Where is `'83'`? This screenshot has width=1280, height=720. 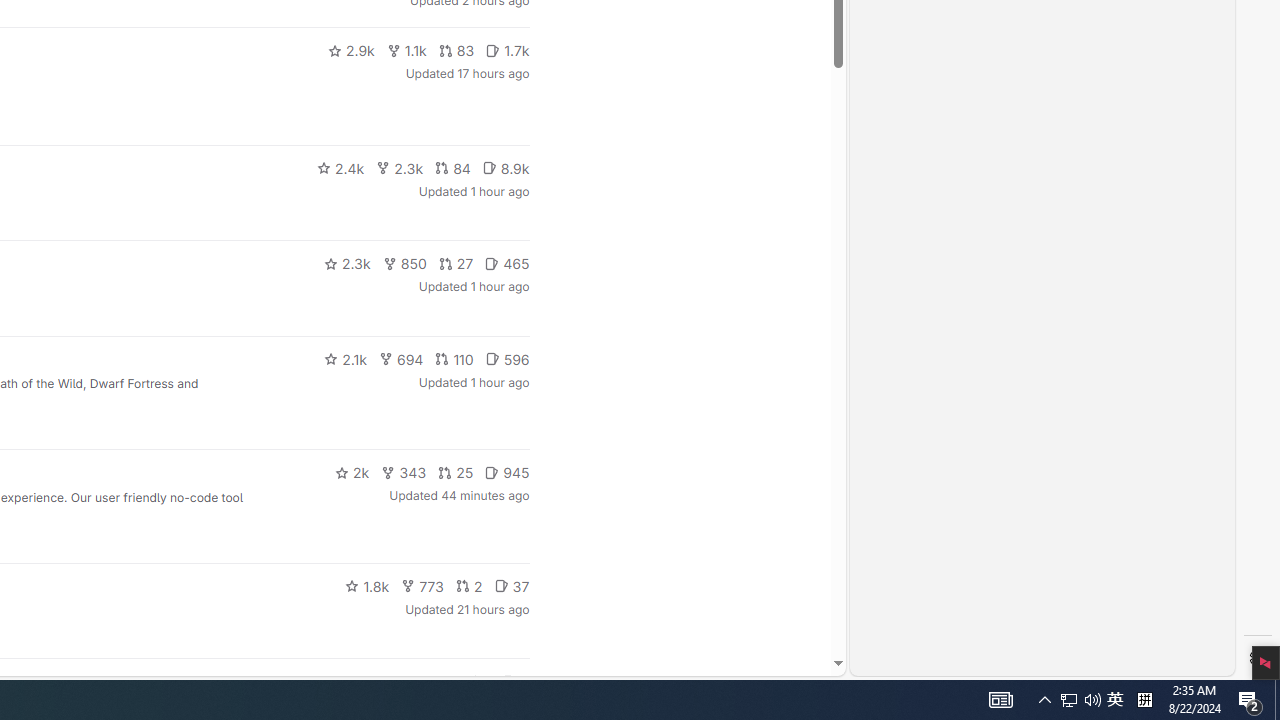 '83' is located at coordinates (455, 50).